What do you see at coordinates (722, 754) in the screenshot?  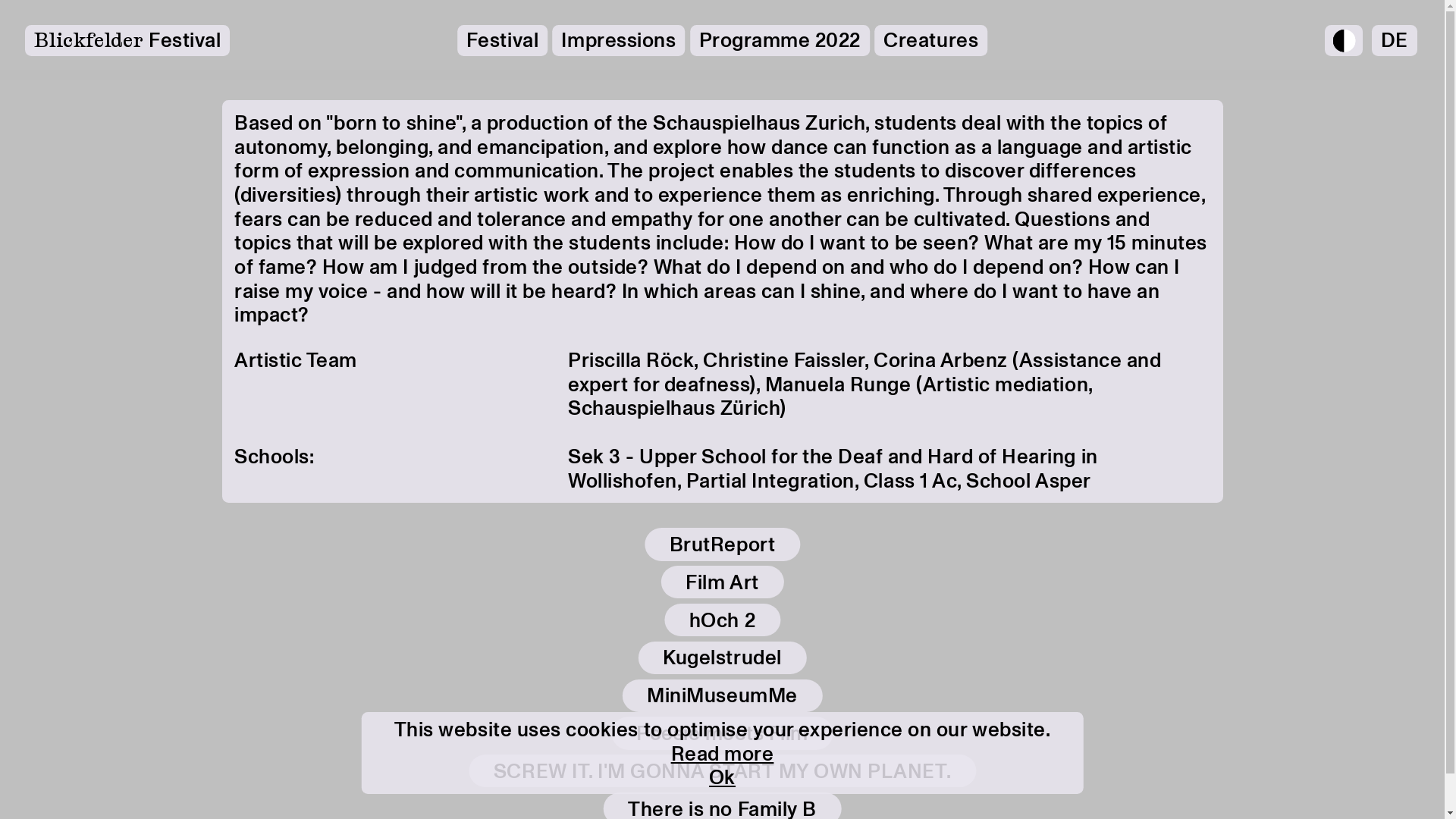 I see `'Read more'` at bounding box center [722, 754].